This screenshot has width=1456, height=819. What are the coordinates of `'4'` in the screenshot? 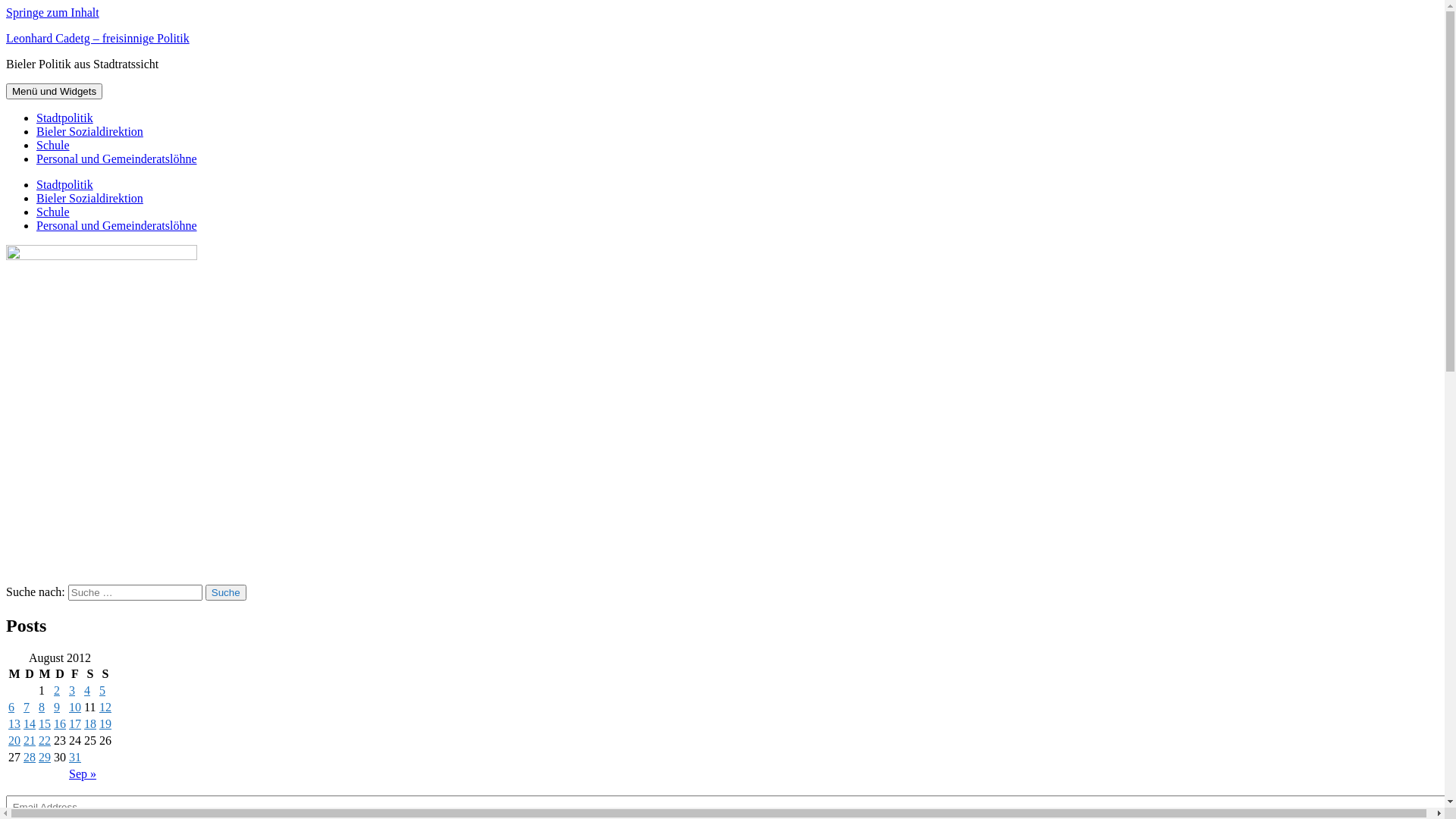 It's located at (86, 690).